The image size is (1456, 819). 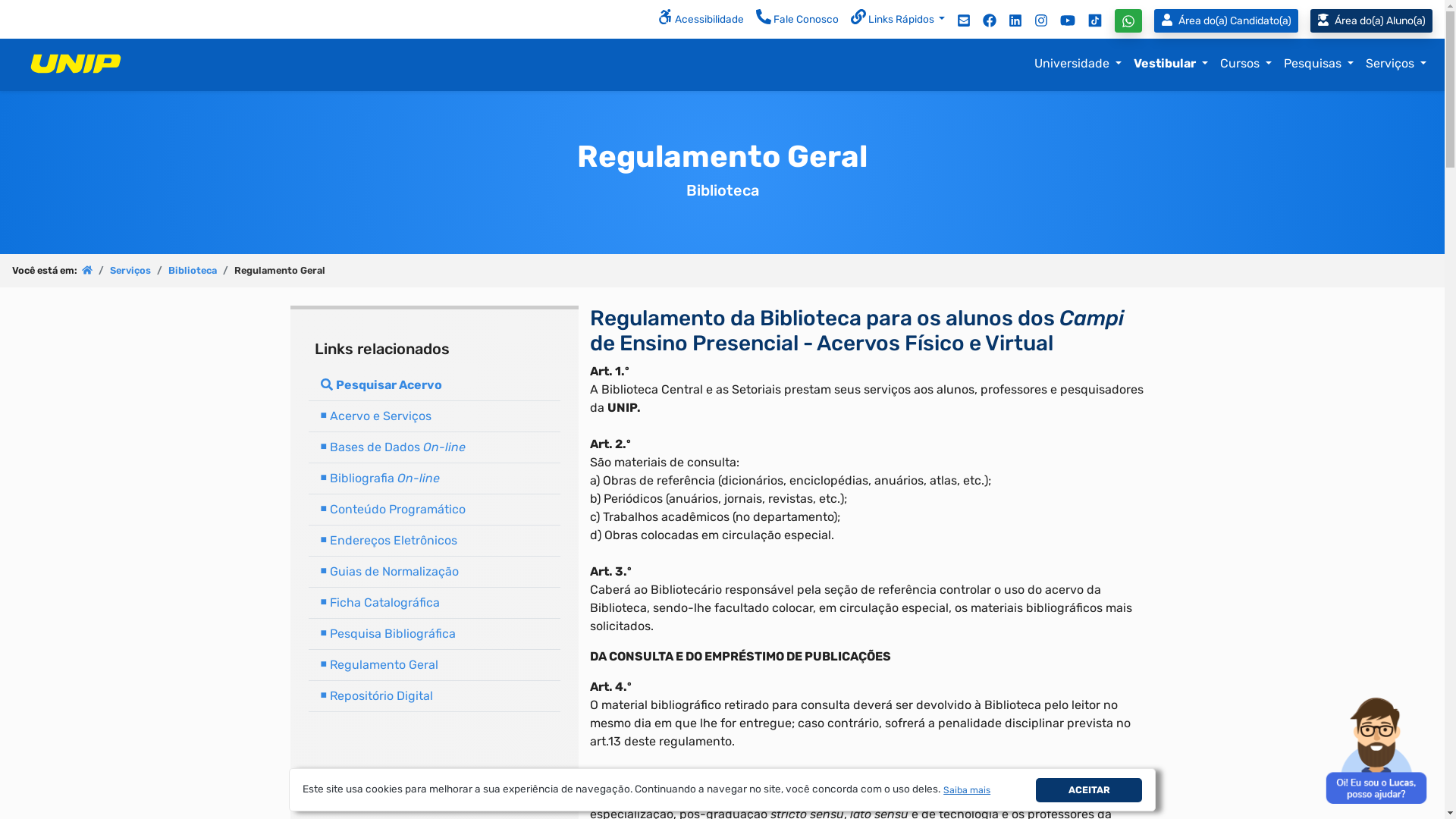 I want to click on 'Candidato(a)', so click(x=1153, y=20).